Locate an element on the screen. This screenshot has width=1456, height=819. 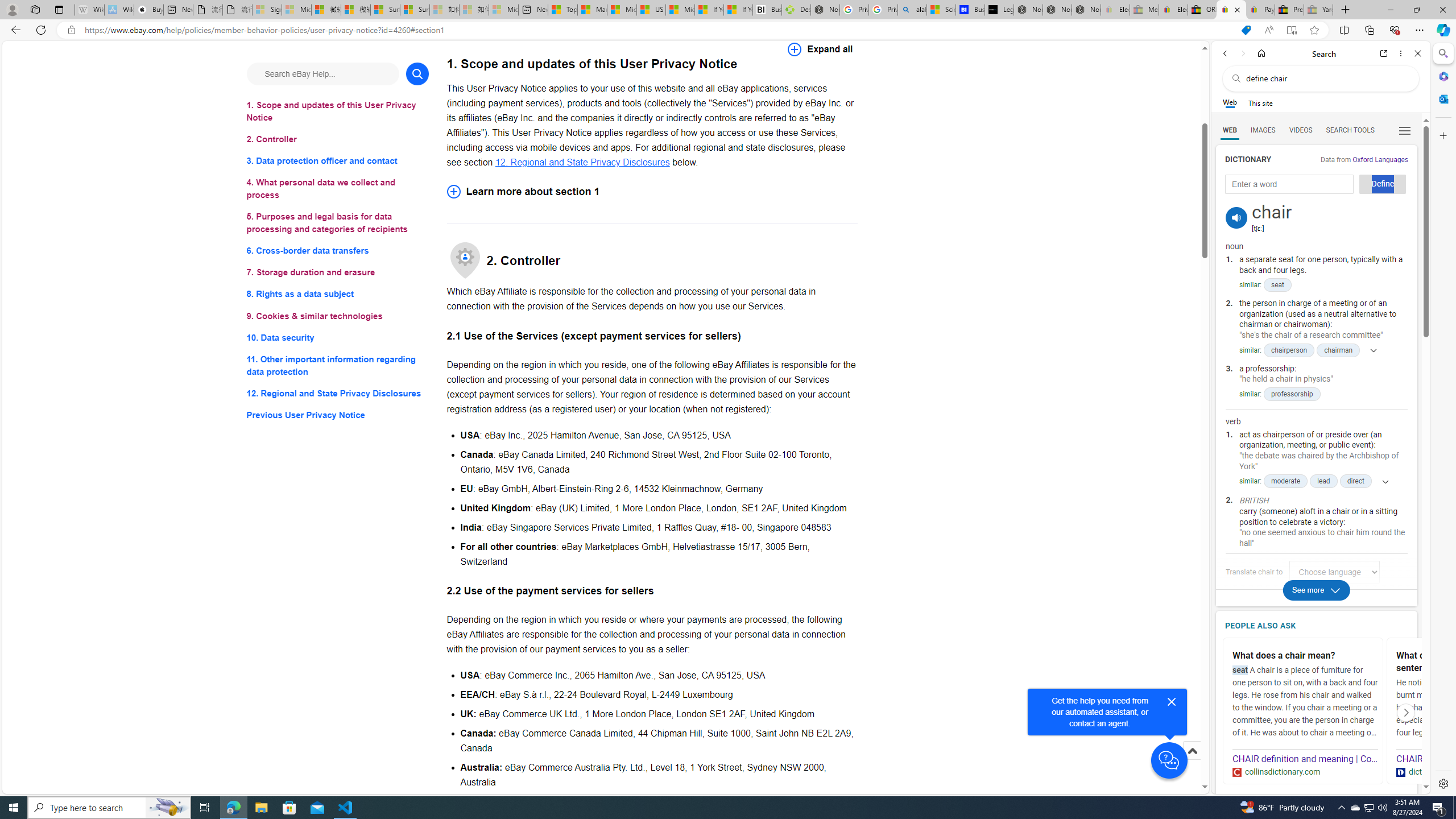
'4. What personal data we collect and process' is located at coordinates (337, 189).